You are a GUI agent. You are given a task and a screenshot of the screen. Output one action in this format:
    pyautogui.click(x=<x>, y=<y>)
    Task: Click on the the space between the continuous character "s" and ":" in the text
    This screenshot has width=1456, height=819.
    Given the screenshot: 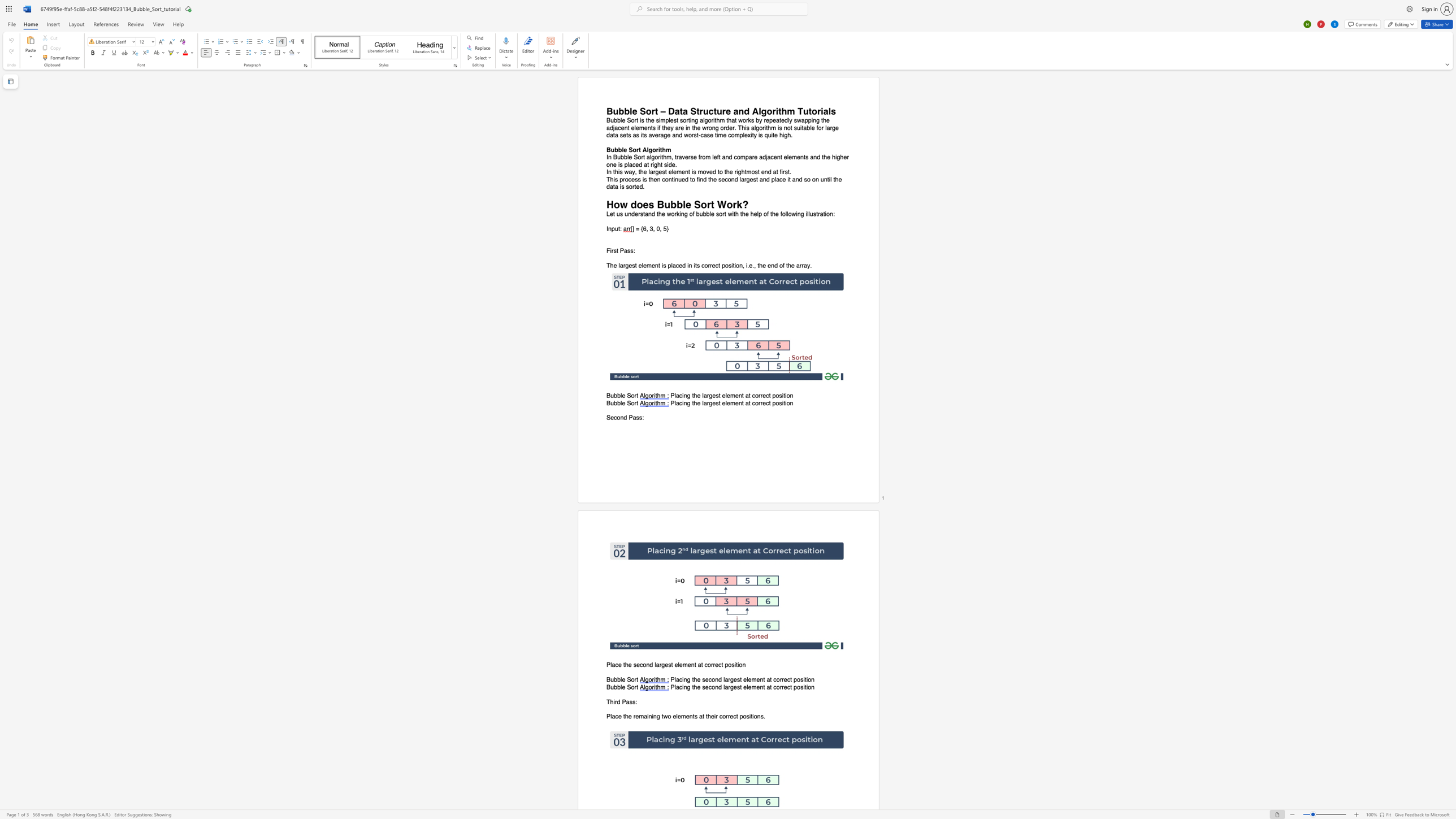 What is the action you would take?
    pyautogui.click(x=635, y=701)
    